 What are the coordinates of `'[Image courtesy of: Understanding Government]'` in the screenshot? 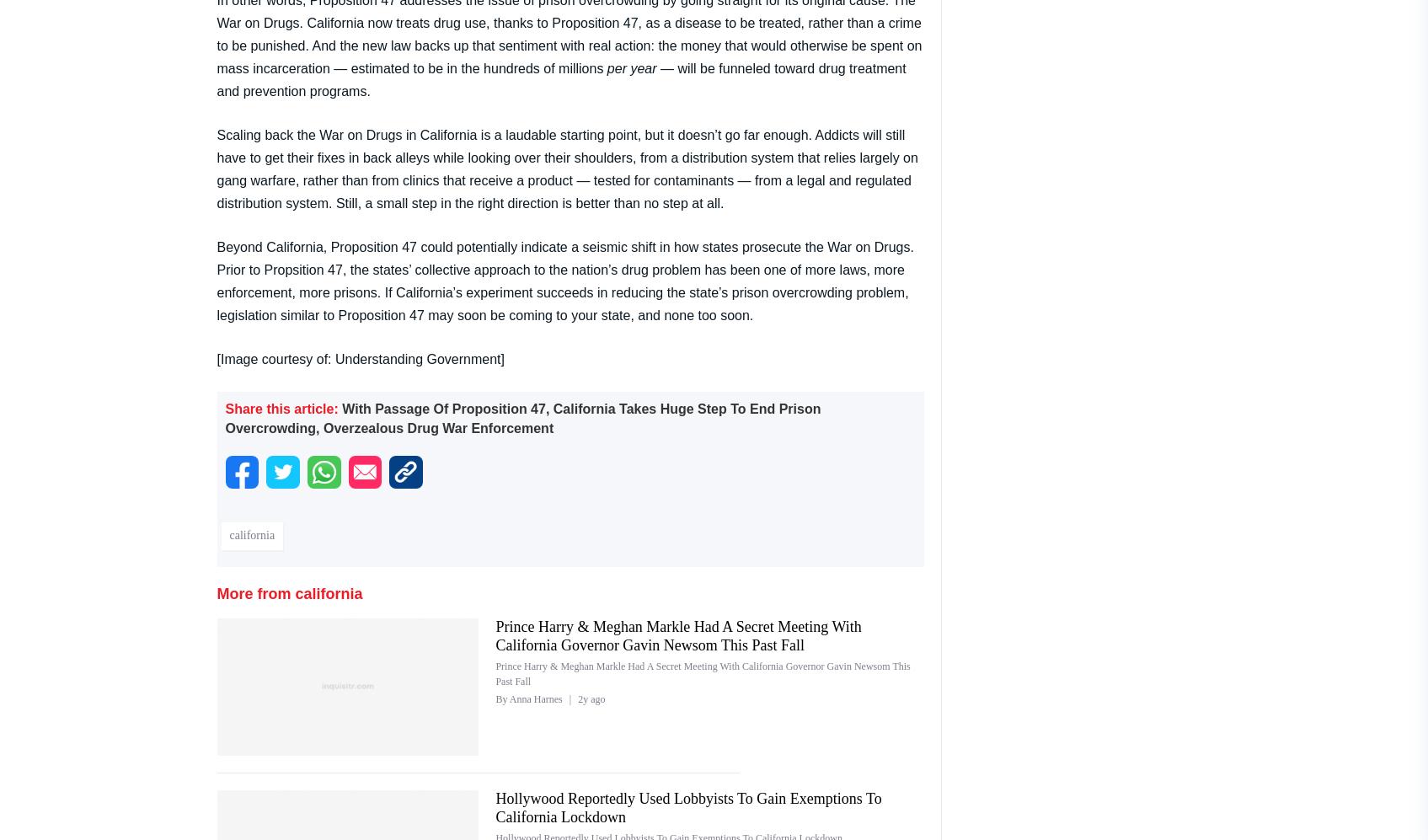 It's located at (360, 357).